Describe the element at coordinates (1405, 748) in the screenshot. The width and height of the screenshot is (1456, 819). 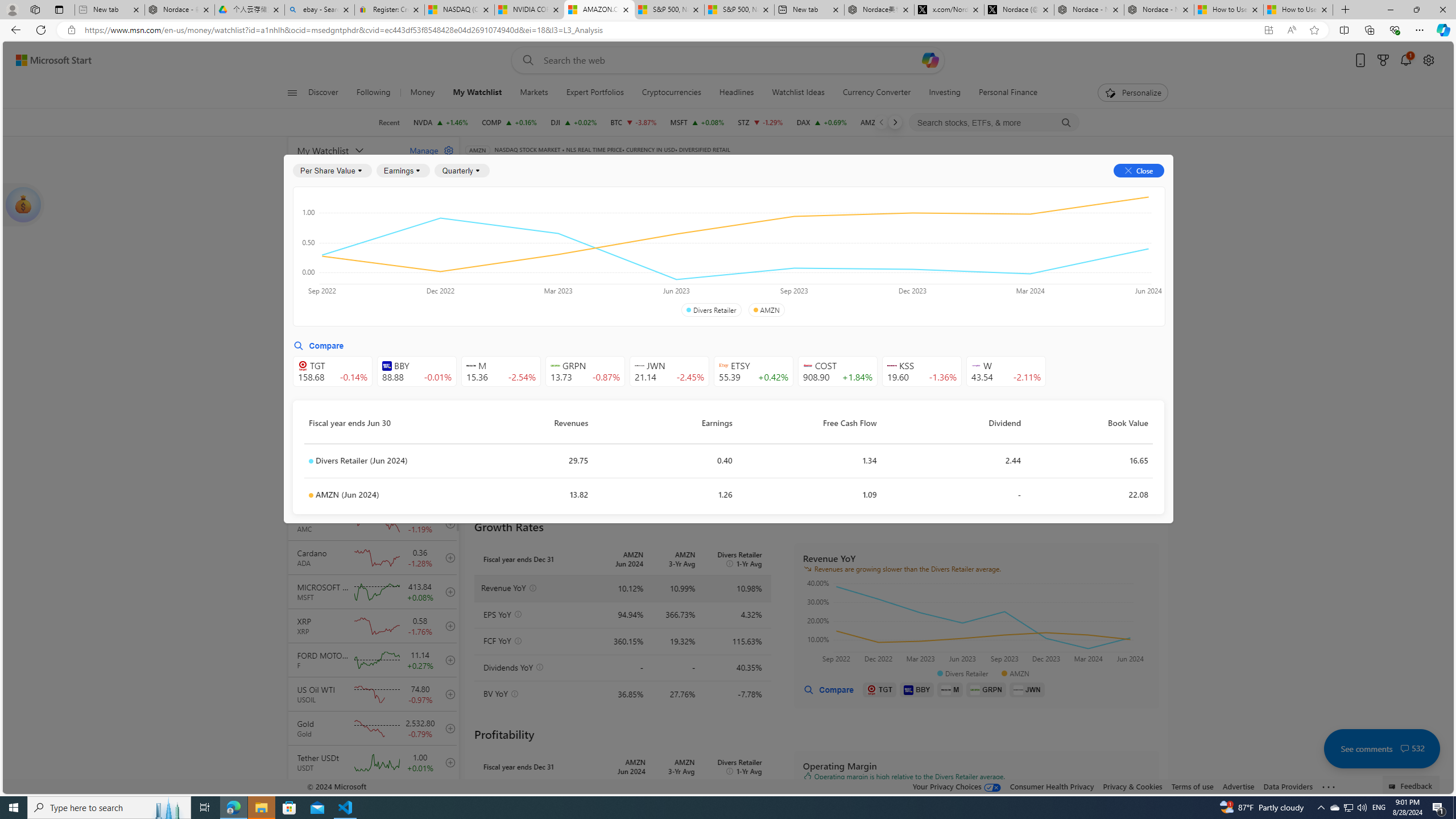
I see `'Class: cwt-icon-vector'` at that location.